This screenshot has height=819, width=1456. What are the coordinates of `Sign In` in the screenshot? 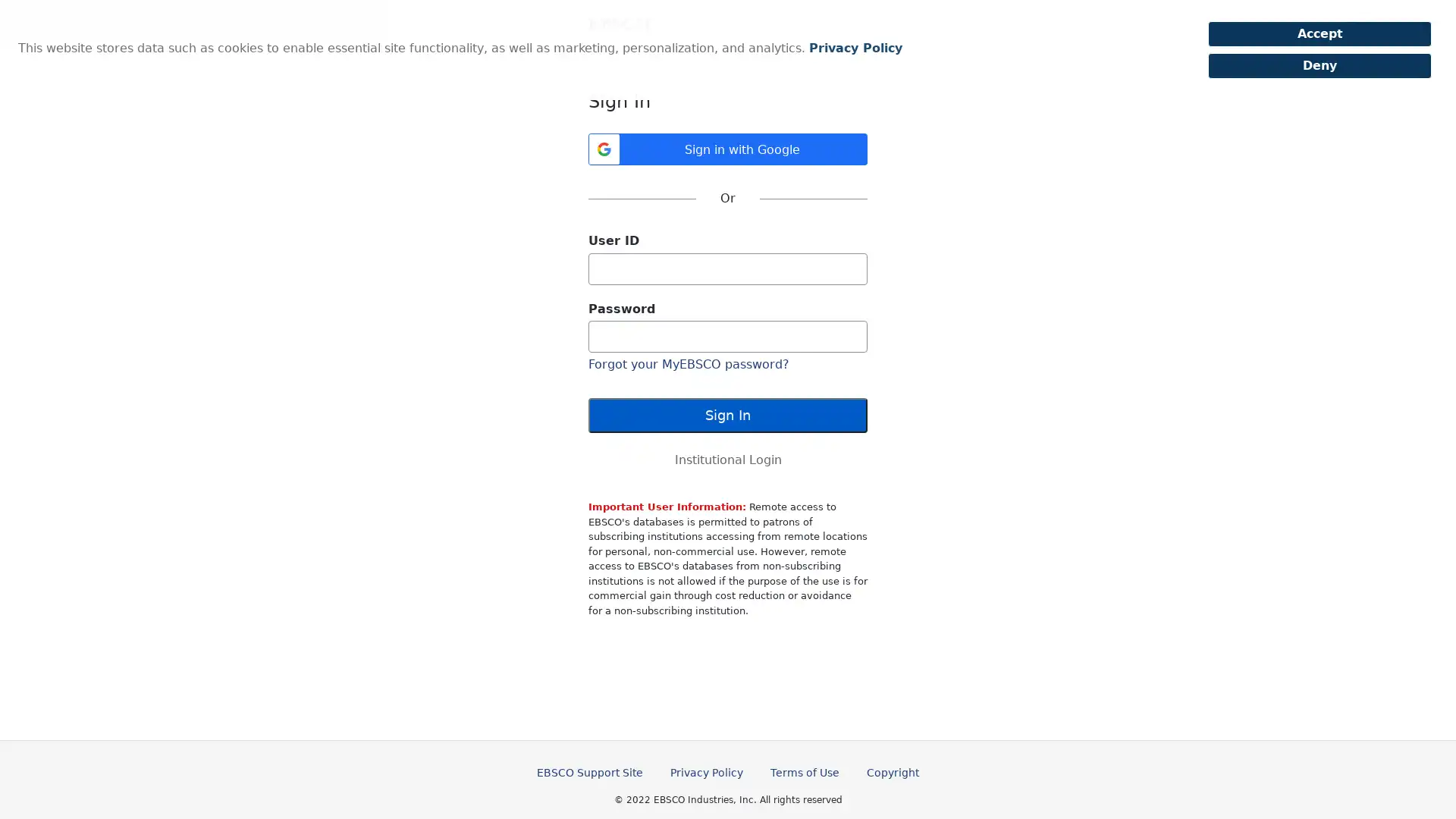 It's located at (728, 415).